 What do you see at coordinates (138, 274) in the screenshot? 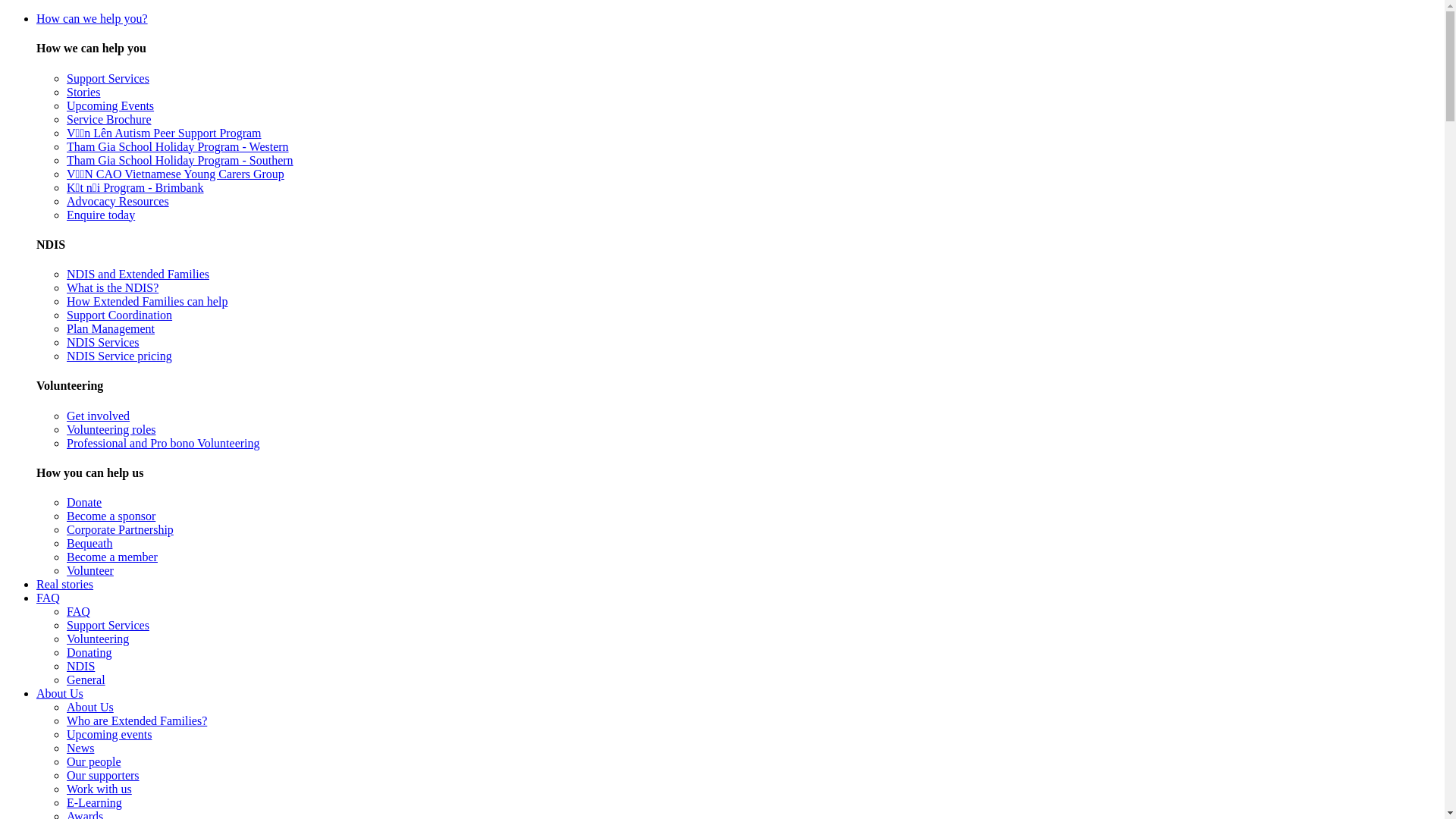
I see `'NDIS and Extended Families'` at bounding box center [138, 274].